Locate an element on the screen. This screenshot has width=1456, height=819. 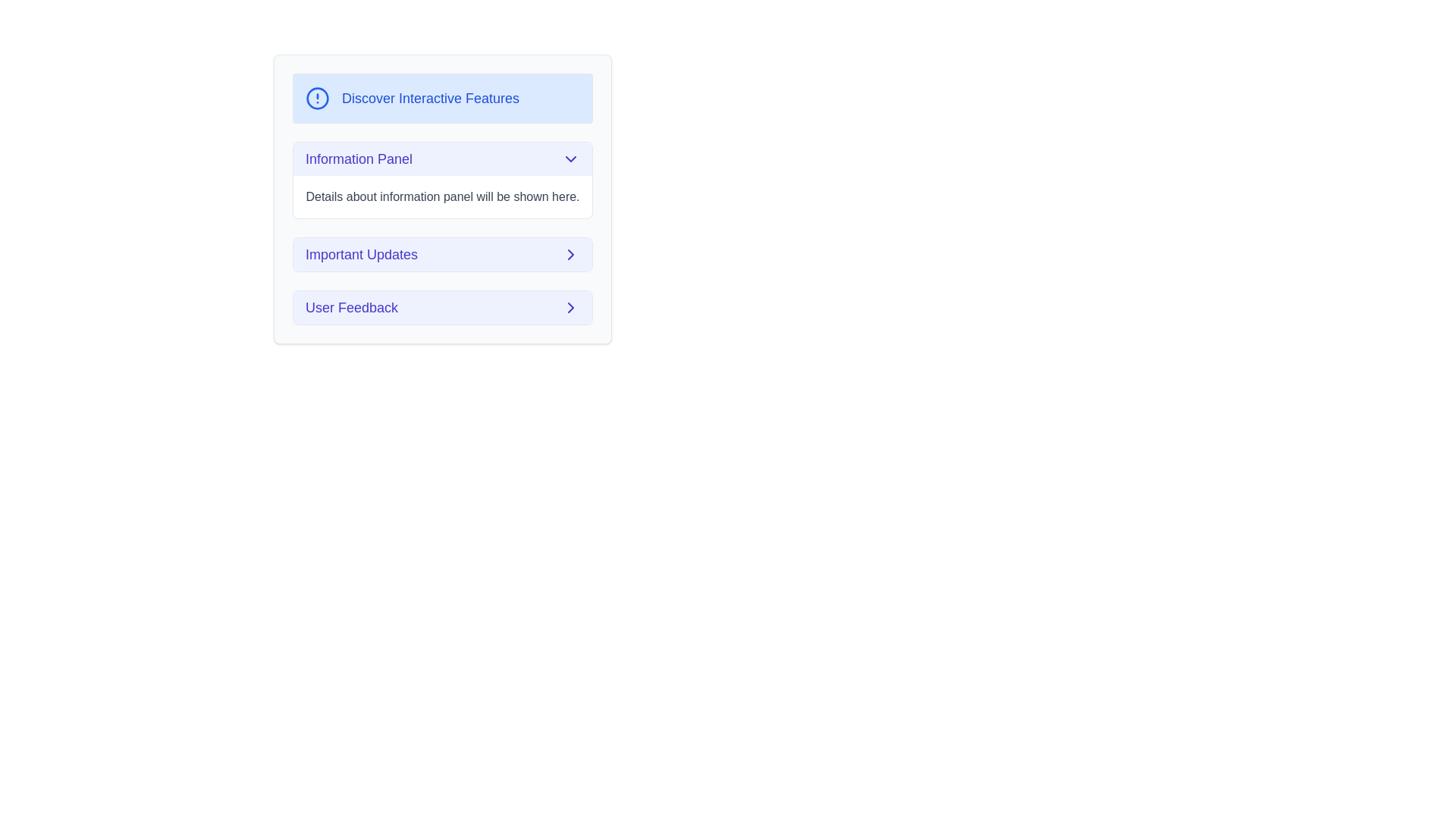
the alert icon located in the top left corner of the 'Discover Interactive Features' panel header is located at coordinates (316, 99).